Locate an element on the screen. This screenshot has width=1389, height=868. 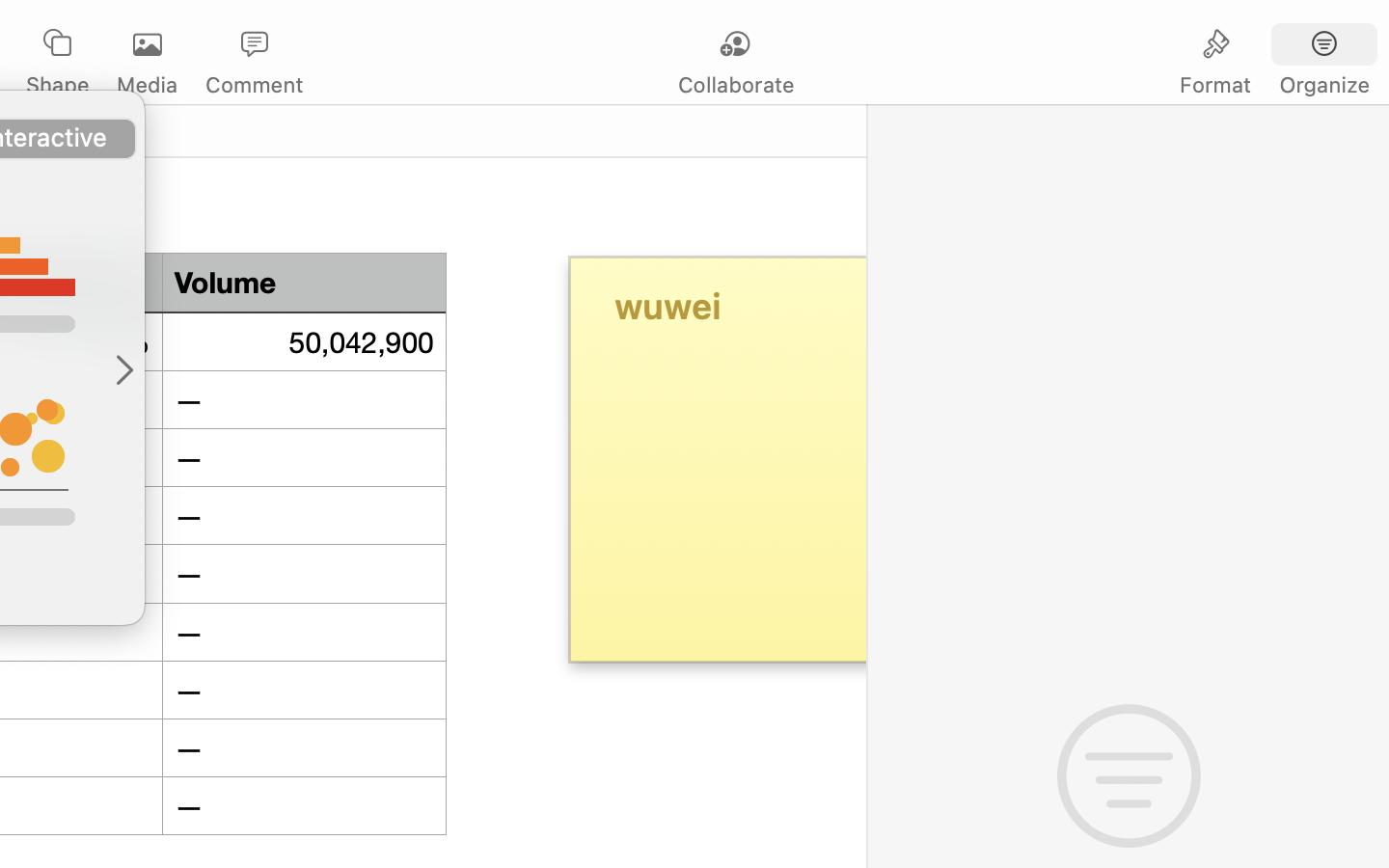
'Organize' is located at coordinates (1322, 84).